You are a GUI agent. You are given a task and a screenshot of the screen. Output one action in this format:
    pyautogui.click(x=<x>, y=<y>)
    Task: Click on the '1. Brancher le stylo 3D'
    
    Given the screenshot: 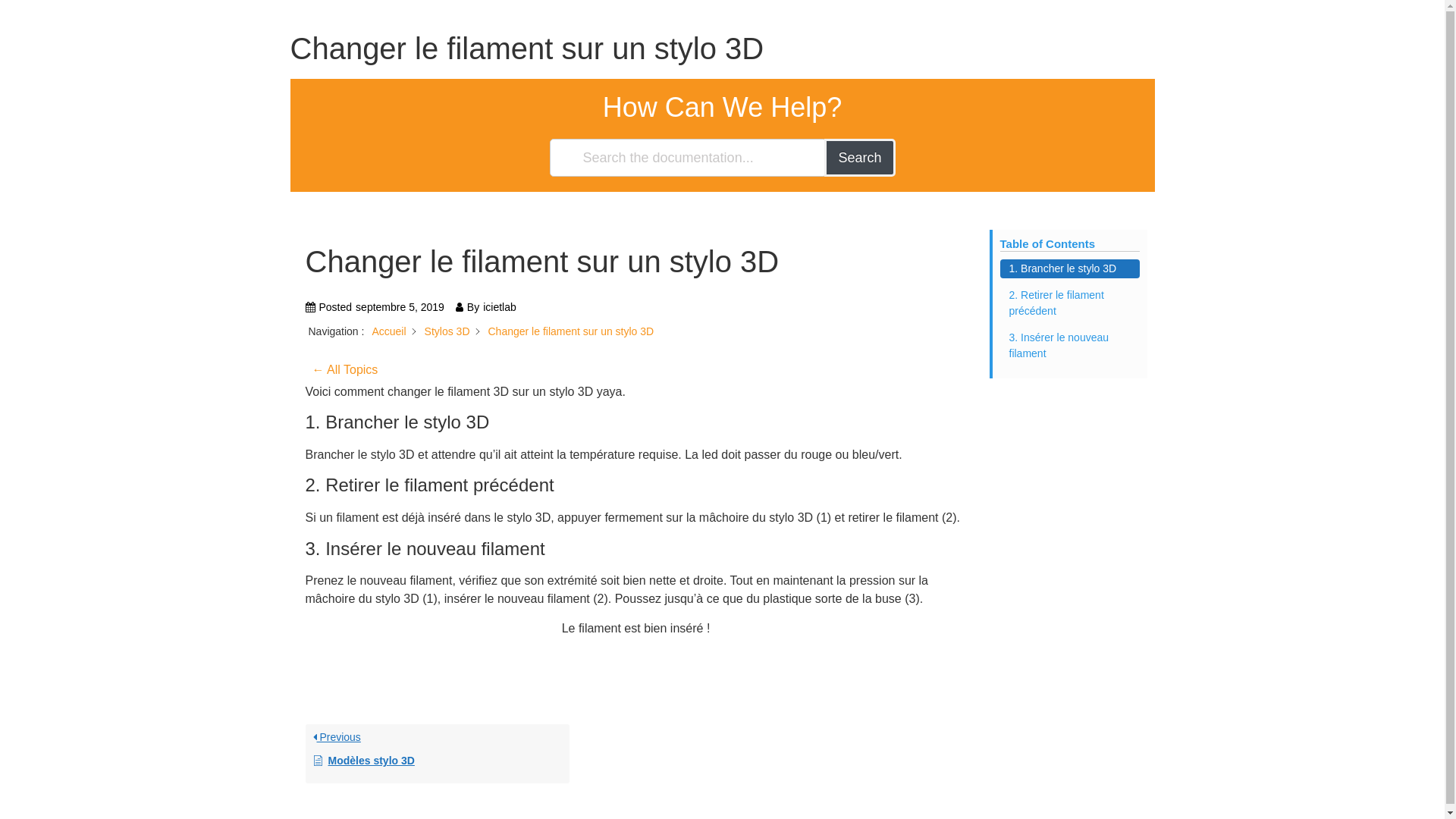 What is the action you would take?
    pyautogui.click(x=1068, y=268)
    